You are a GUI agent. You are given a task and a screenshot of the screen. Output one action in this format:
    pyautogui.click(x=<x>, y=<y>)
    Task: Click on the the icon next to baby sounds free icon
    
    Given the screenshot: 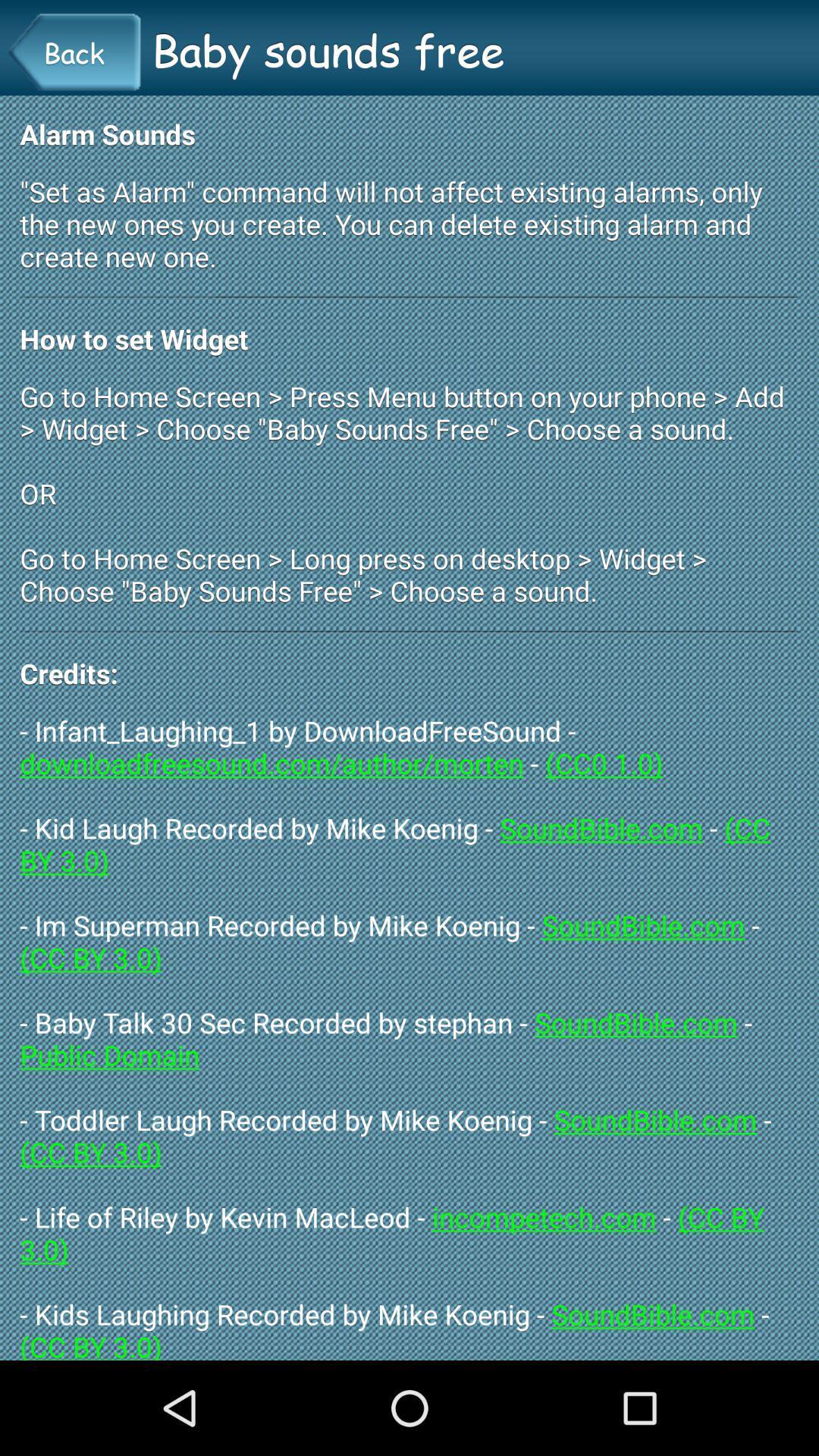 What is the action you would take?
    pyautogui.click(x=74, y=52)
    